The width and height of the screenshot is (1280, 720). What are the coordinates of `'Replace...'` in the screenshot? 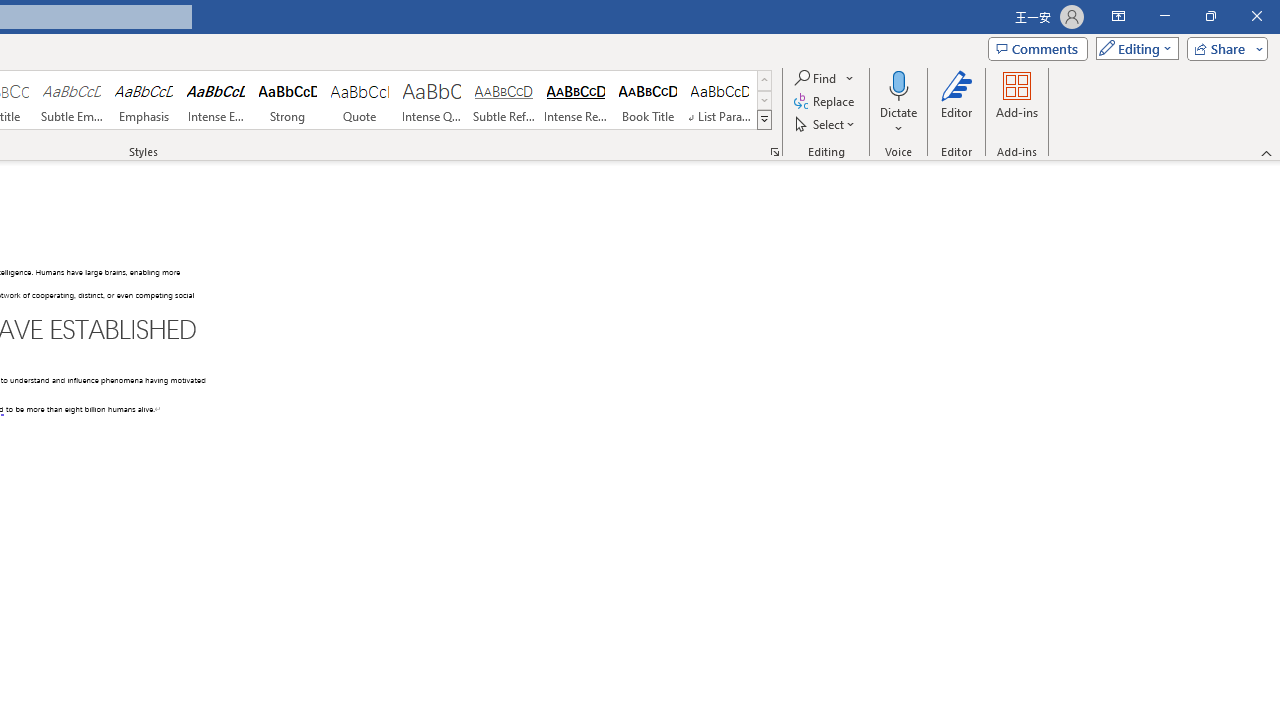 It's located at (826, 101).